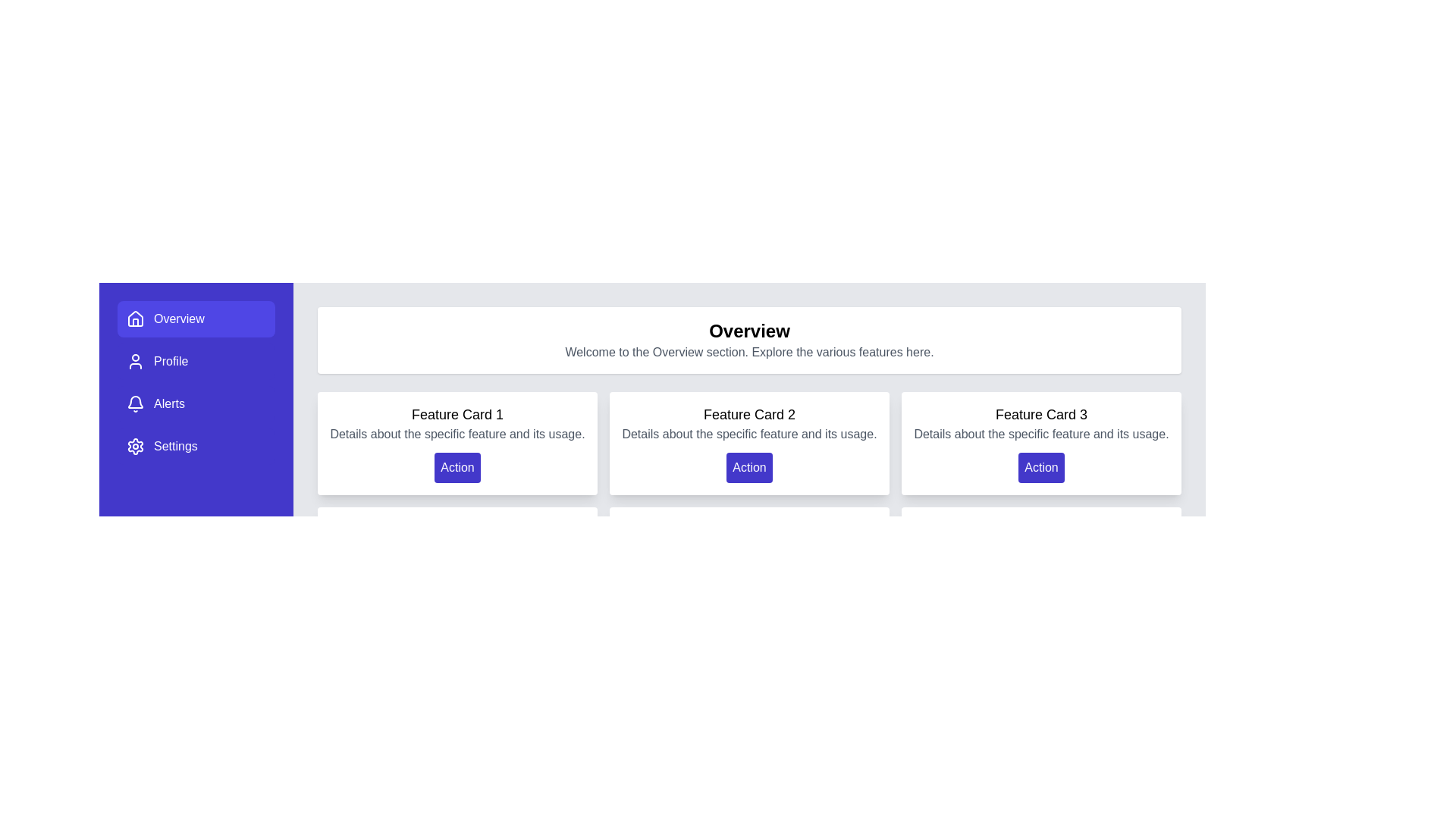  What do you see at coordinates (135, 403) in the screenshot?
I see `the 'Alerts' icon in the sidebar navigation menu, which visually represents the 'Alerts' navigation item and is positioned to the left of the 'Alerts' text` at bounding box center [135, 403].